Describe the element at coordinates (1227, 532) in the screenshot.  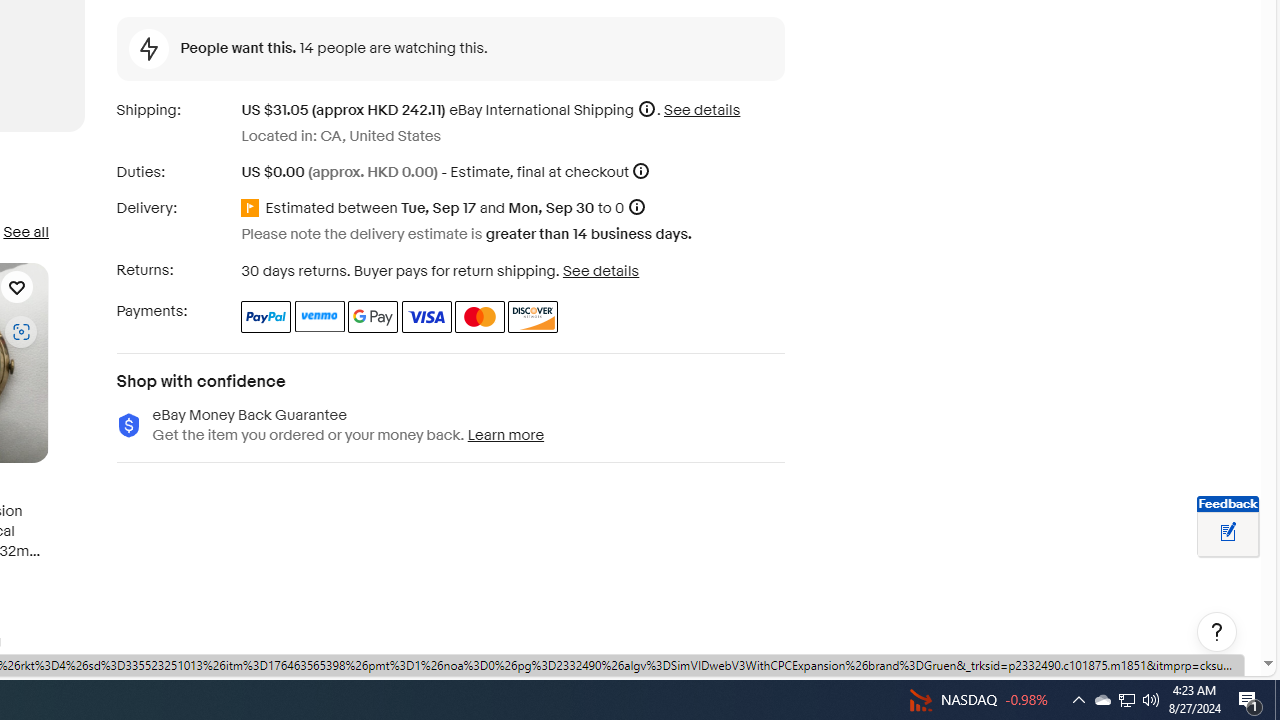
I see `'Leave feedback about your eBay ViewItem experience'` at that location.